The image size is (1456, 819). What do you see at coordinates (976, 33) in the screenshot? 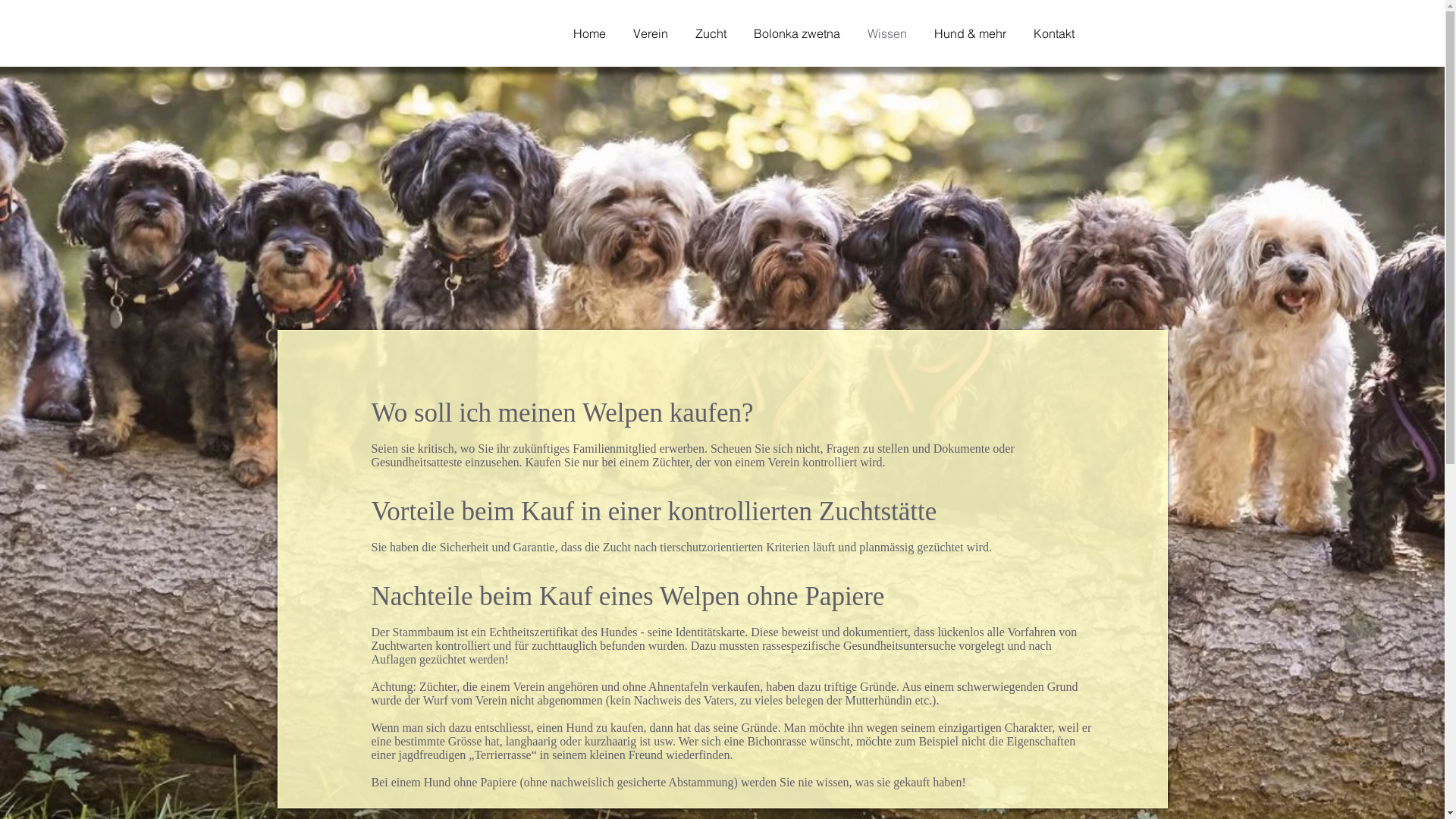
I see `'Hund & mehr'` at bounding box center [976, 33].